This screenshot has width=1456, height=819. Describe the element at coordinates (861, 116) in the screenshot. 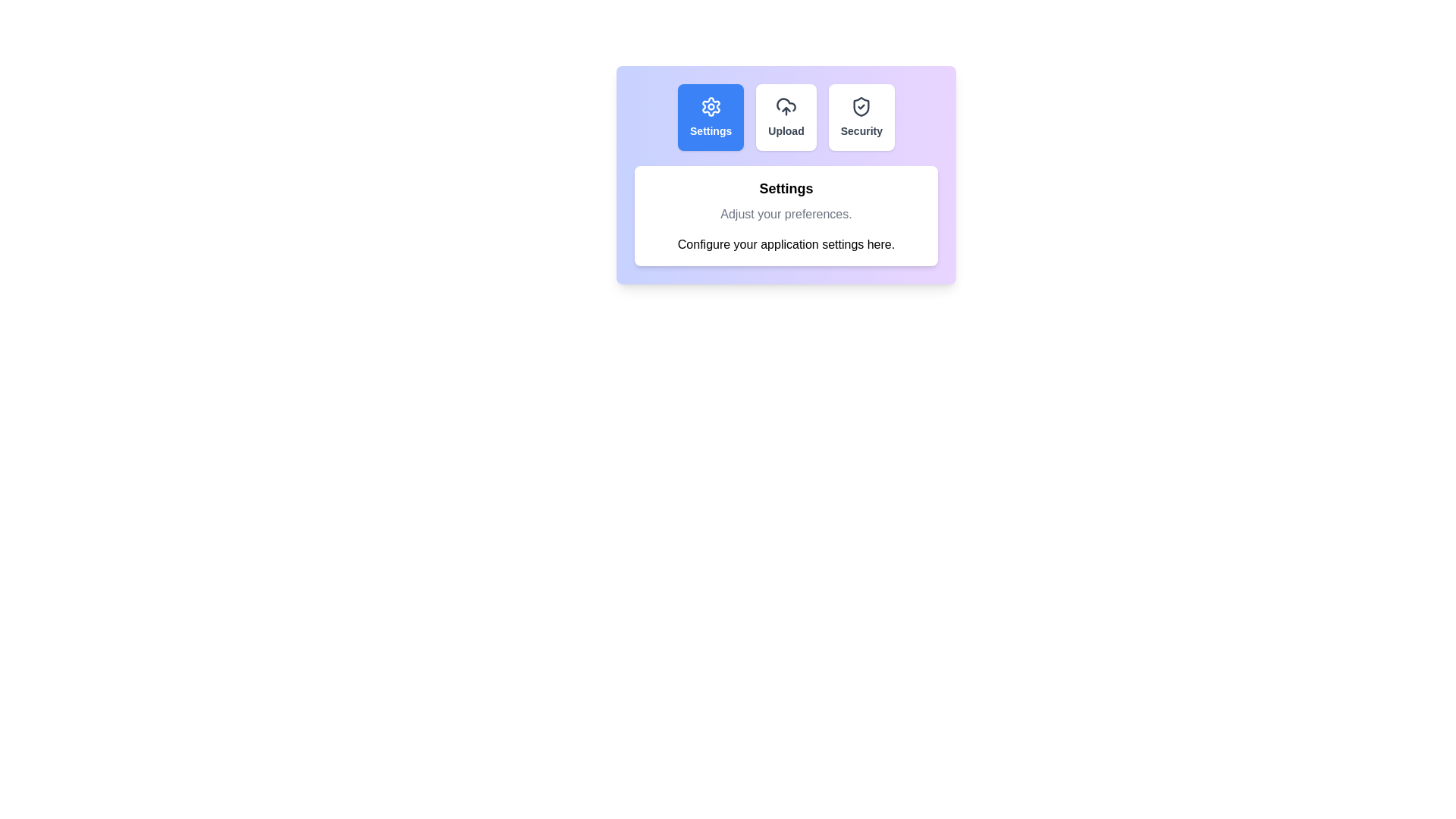

I see `the Security tab by clicking on it` at that location.